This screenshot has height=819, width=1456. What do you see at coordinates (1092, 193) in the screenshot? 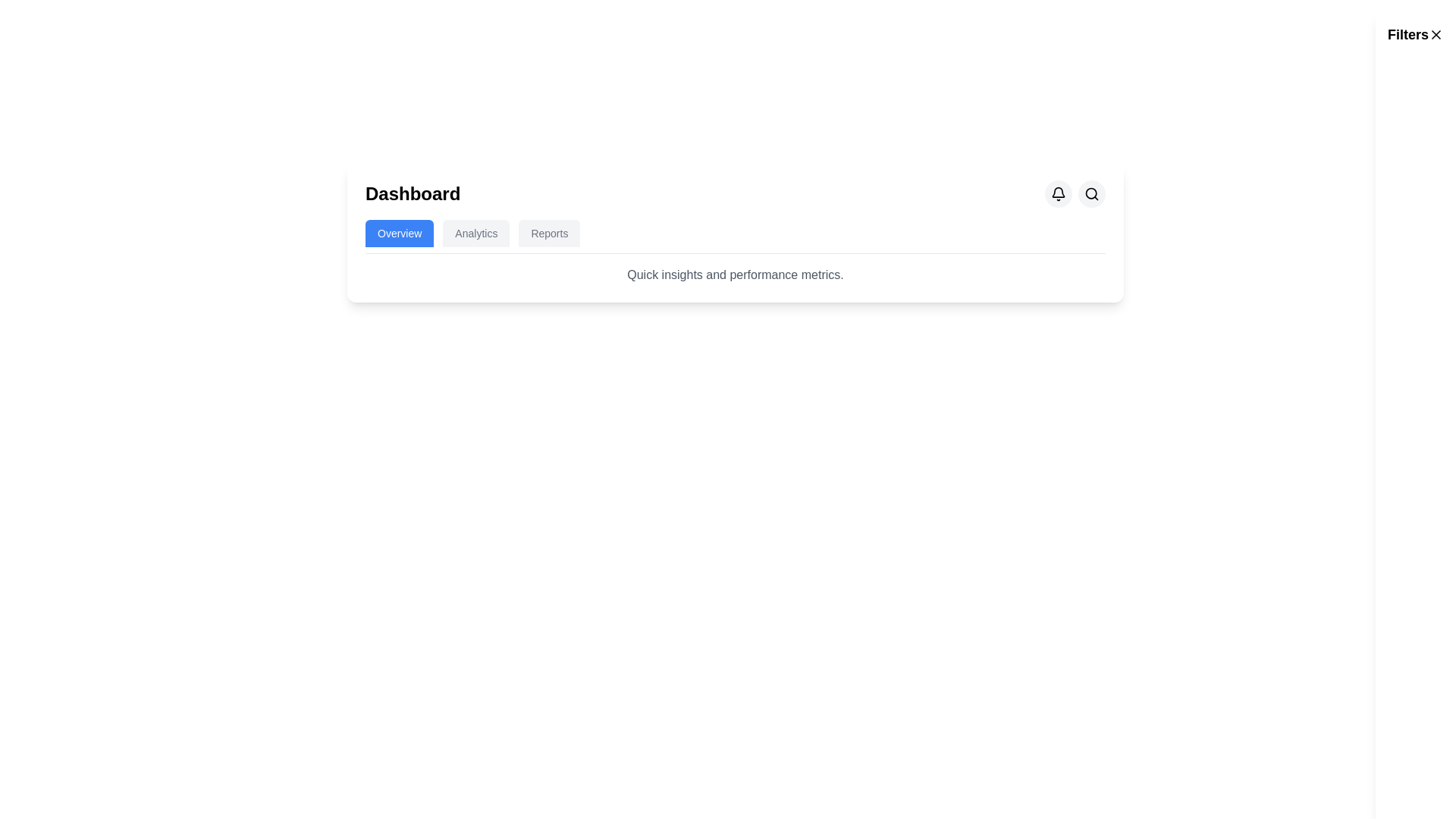
I see `the search icon located at the top-right corner of the main dashboard interface` at bounding box center [1092, 193].